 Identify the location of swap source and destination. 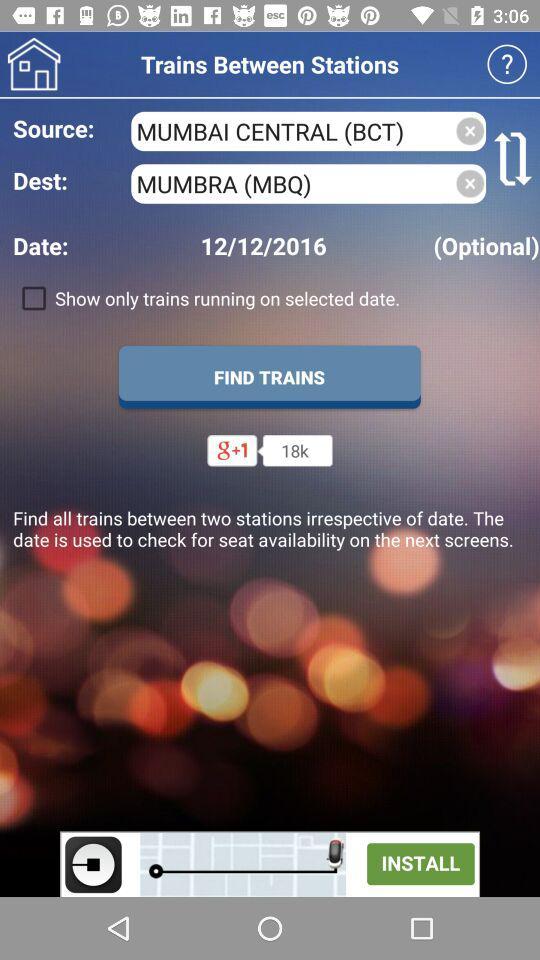
(513, 157).